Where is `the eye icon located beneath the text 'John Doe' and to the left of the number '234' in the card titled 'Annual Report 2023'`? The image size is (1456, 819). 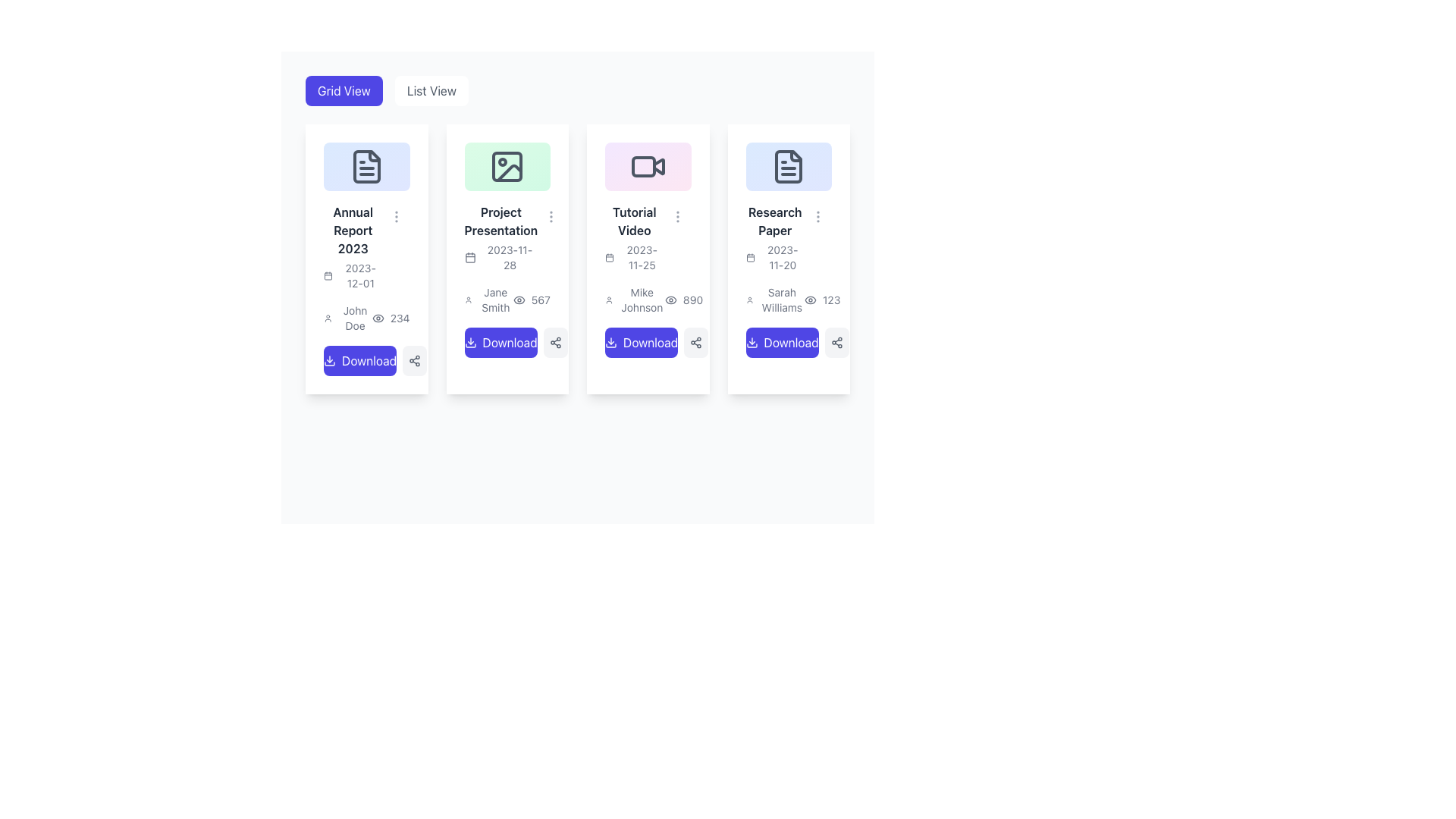 the eye icon located beneath the text 'John Doe' and to the left of the number '234' in the card titled 'Annual Report 2023' is located at coordinates (378, 317).